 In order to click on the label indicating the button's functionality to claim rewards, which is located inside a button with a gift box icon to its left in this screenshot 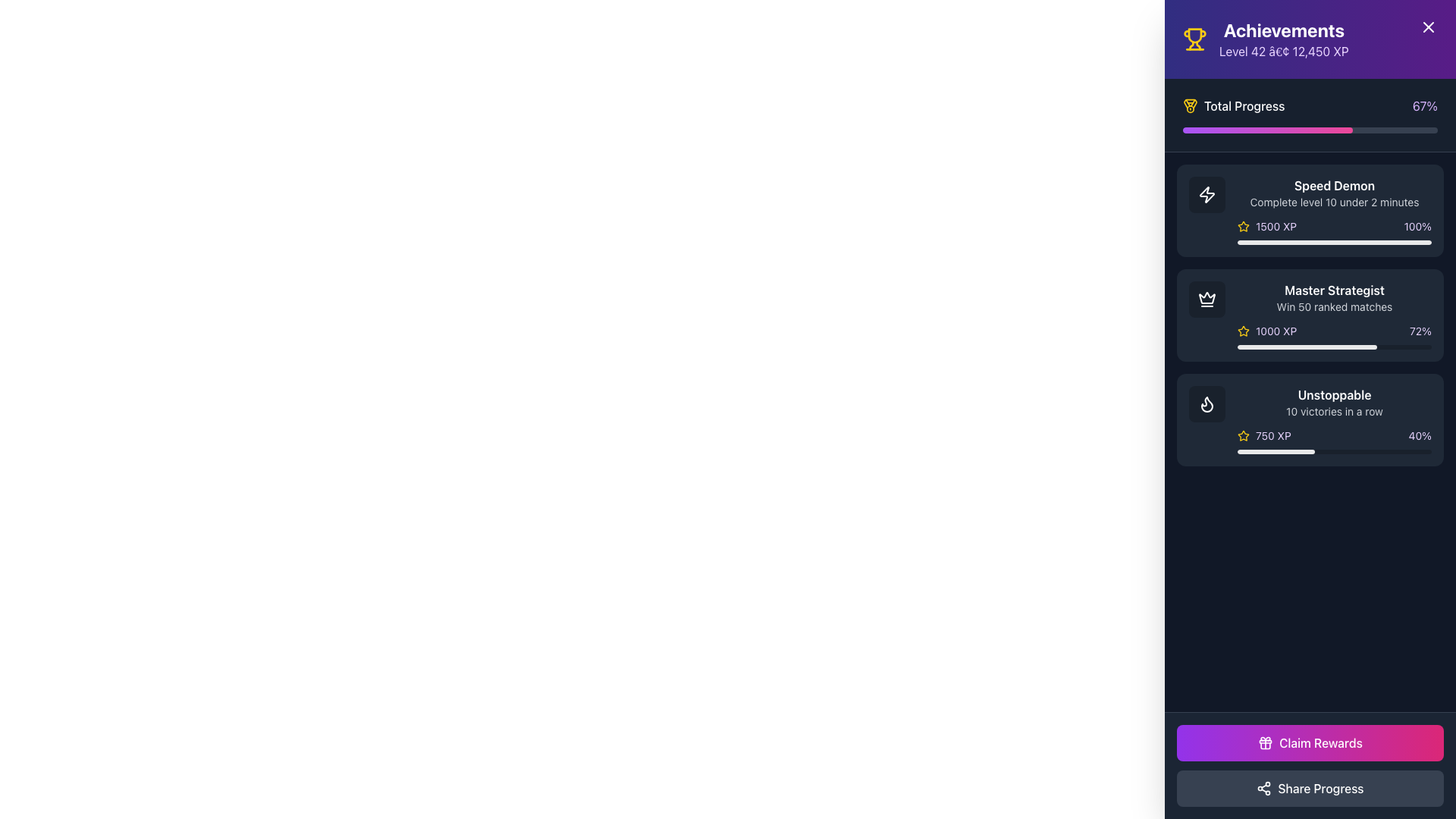, I will do `click(1320, 742)`.